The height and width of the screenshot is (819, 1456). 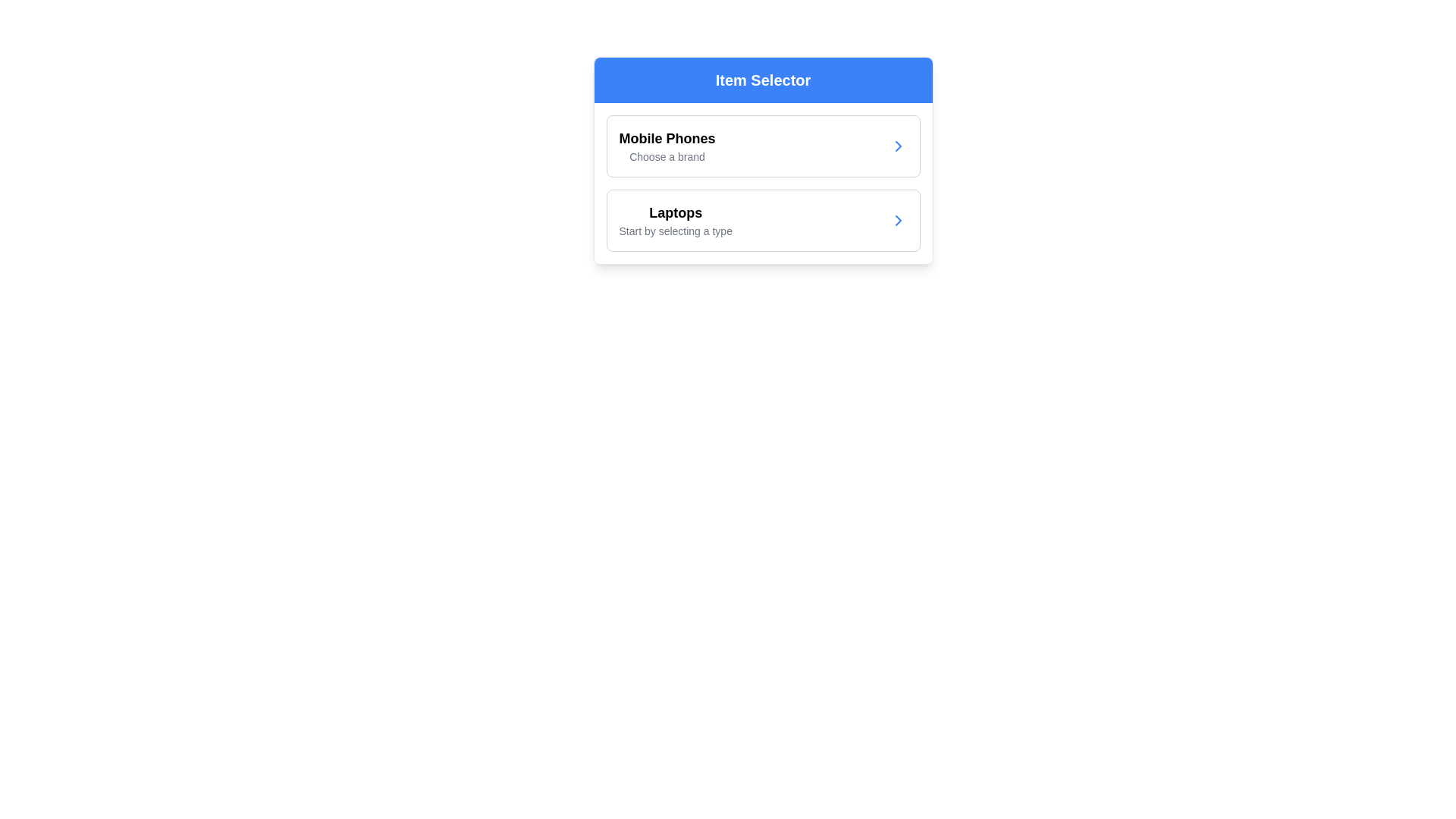 I want to click on the 'Laptops' text label, which is styled as a bold title and is located in the second section of a list layout within a card interface, directly below the 'Mobile Phones' section, so click(x=675, y=213).